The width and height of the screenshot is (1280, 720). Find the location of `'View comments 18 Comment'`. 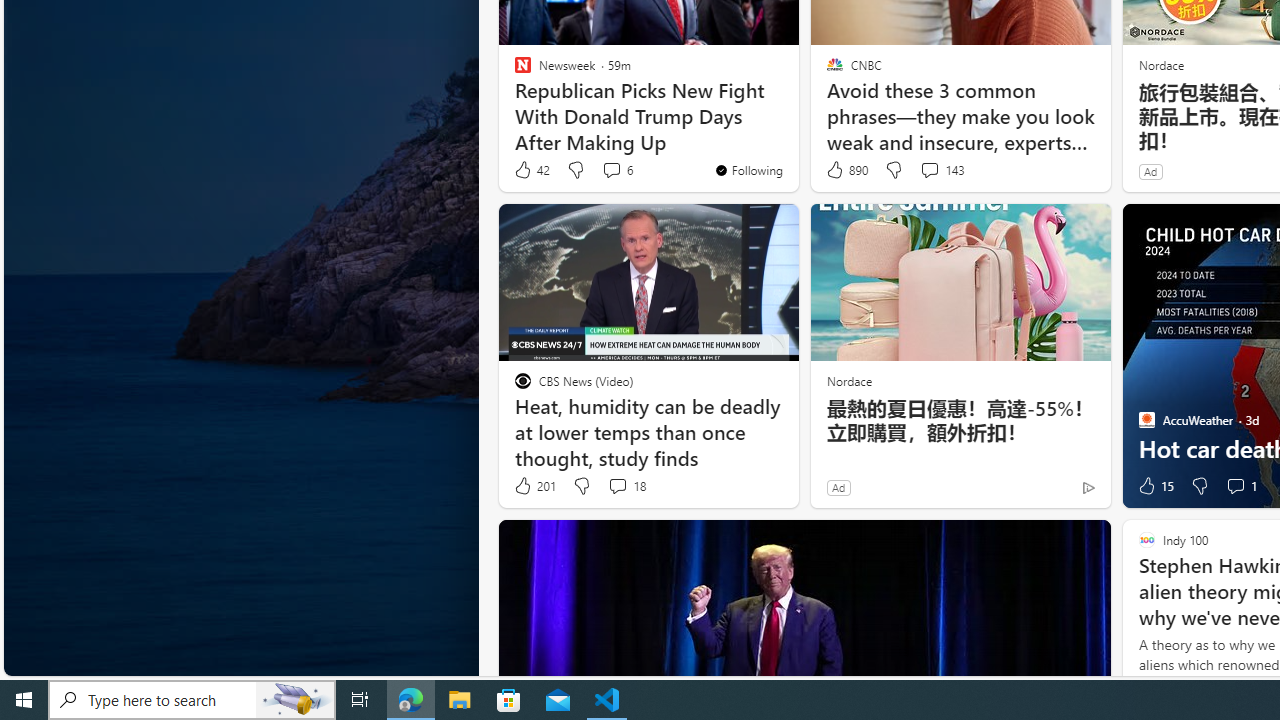

'View comments 18 Comment' is located at coordinates (625, 486).